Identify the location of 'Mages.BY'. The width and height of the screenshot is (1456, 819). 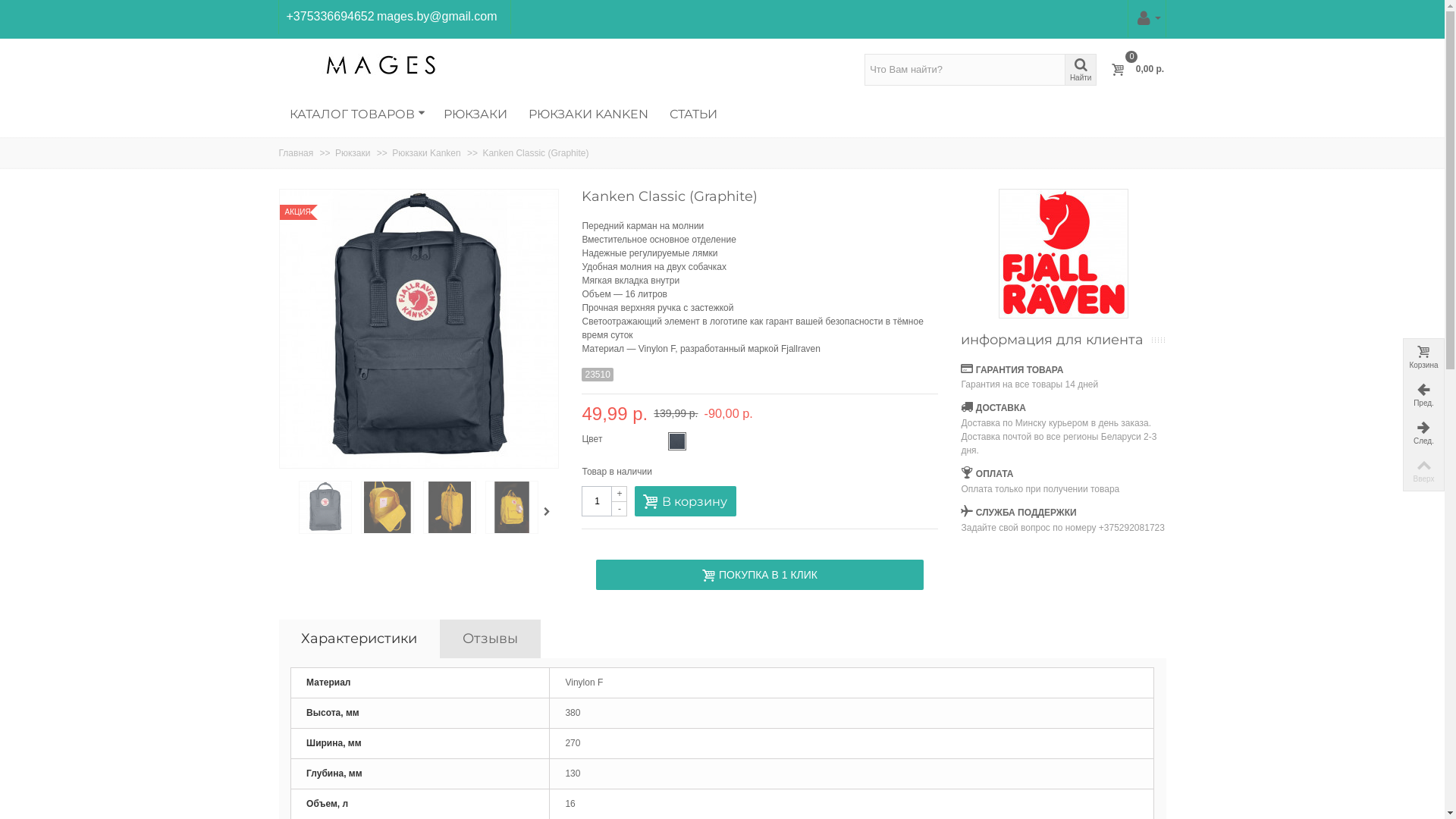
(379, 63).